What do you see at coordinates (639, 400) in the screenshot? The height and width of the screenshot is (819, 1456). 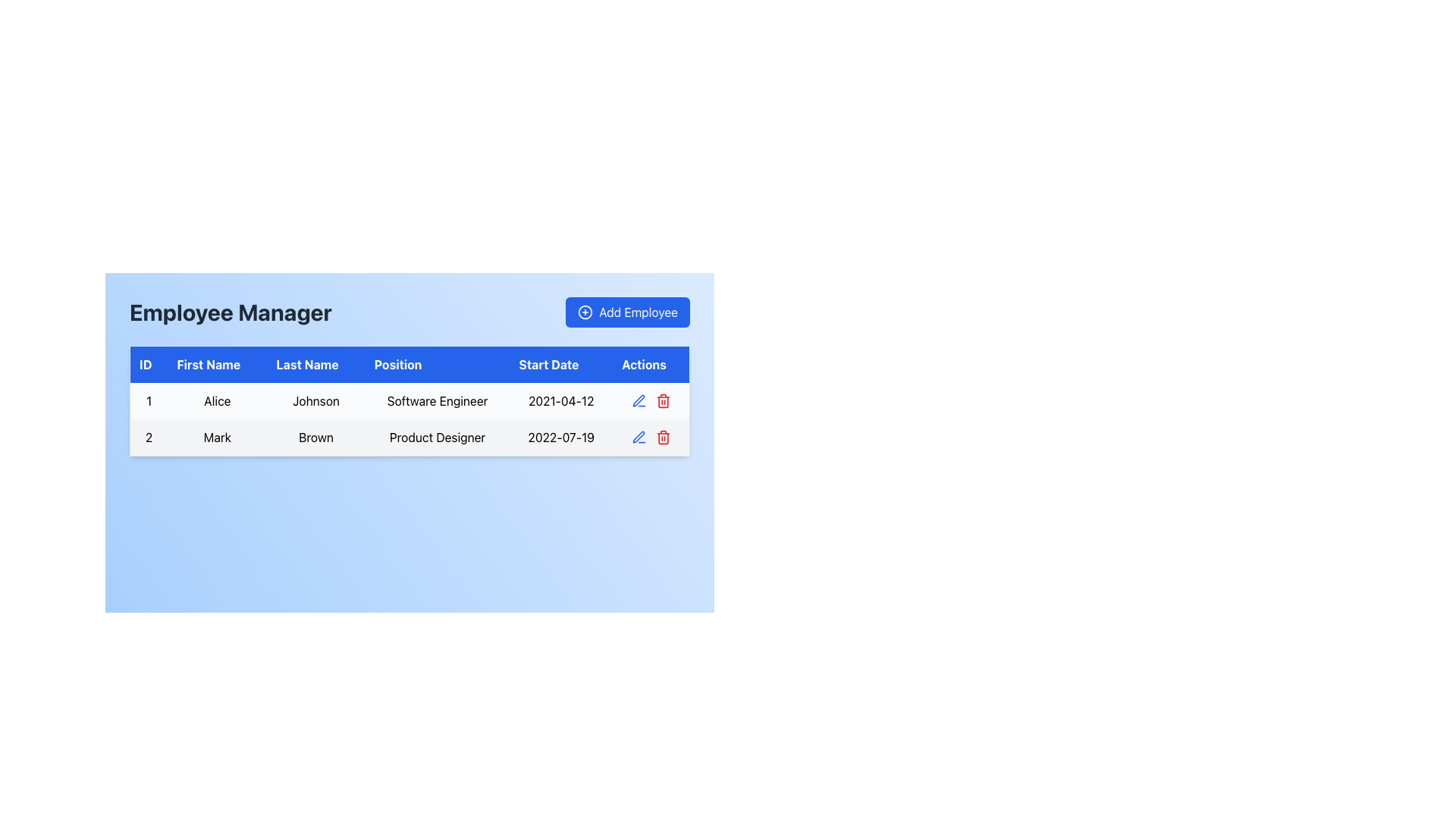 I see `the edit Icon button located in the 'Actions' column of the second row of the employee table` at bounding box center [639, 400].